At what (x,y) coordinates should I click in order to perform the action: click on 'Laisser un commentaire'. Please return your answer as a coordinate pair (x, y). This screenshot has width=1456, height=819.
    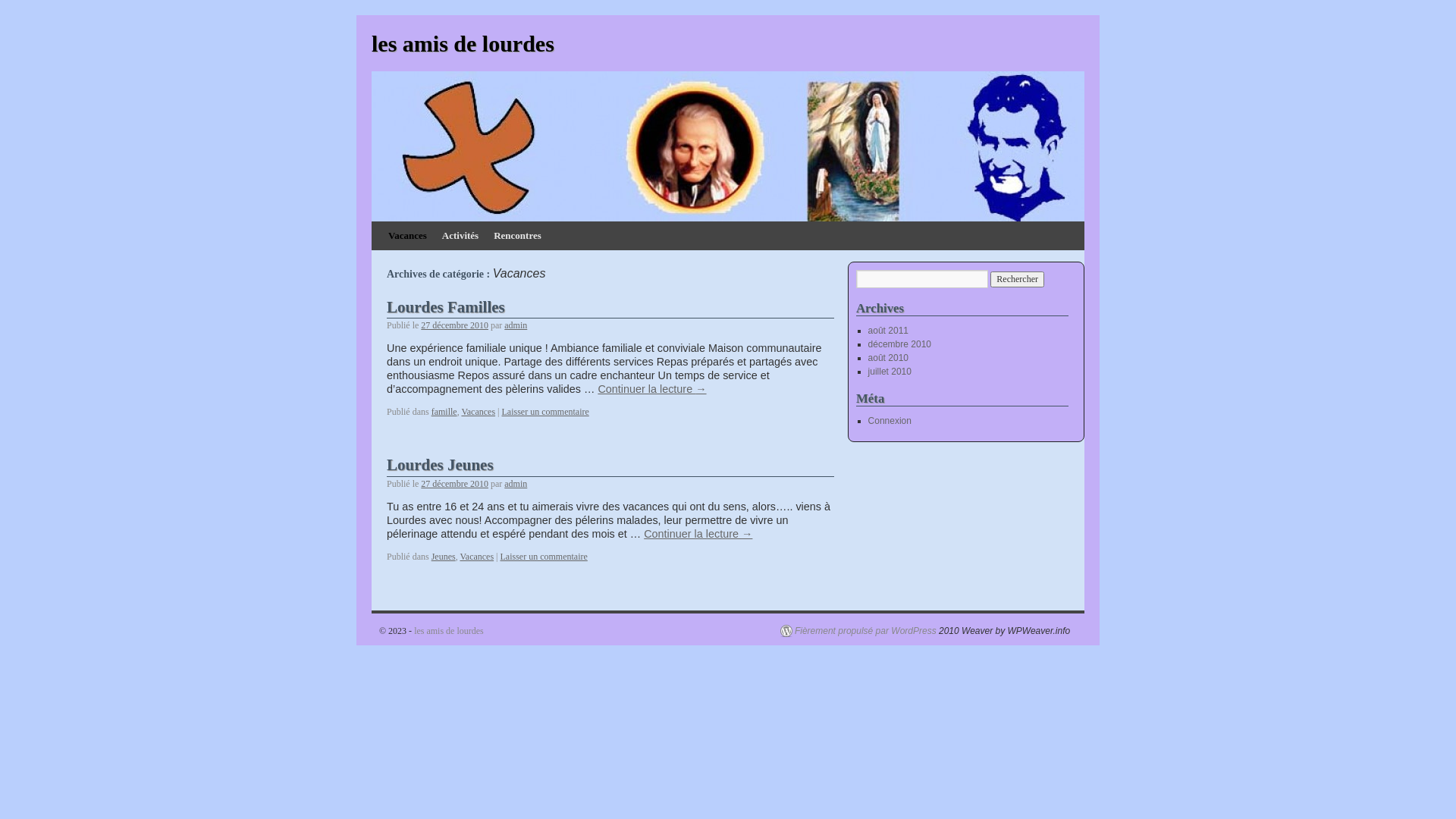
    Looking at the image, I should click on (545, 412).